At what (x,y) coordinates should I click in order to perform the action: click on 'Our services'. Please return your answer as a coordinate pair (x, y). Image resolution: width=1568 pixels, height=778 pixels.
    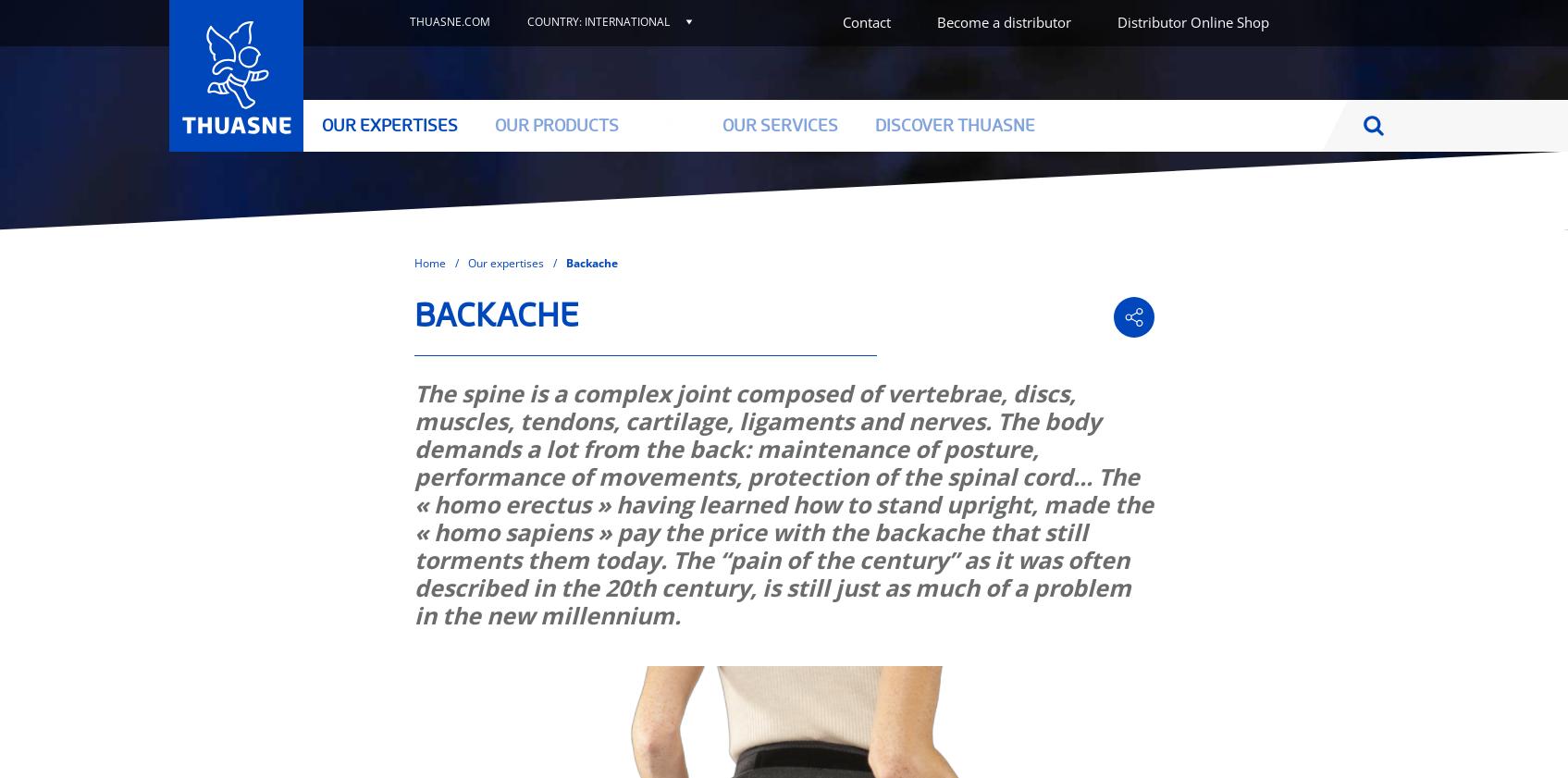
    Looking at the image, I should click on (721, 124).